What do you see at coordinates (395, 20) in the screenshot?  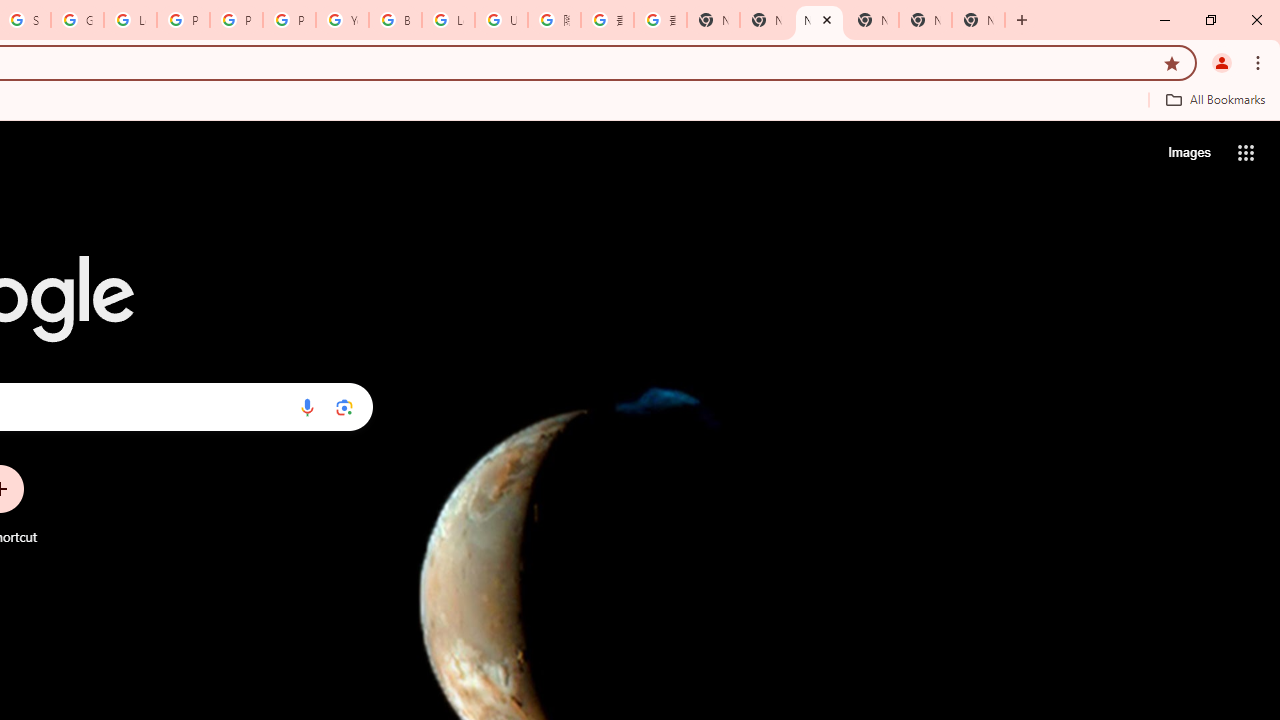 I see `'Browse Chrome as a guest - Computer - Google Chrome Help'` at bounding box center [395, 20].